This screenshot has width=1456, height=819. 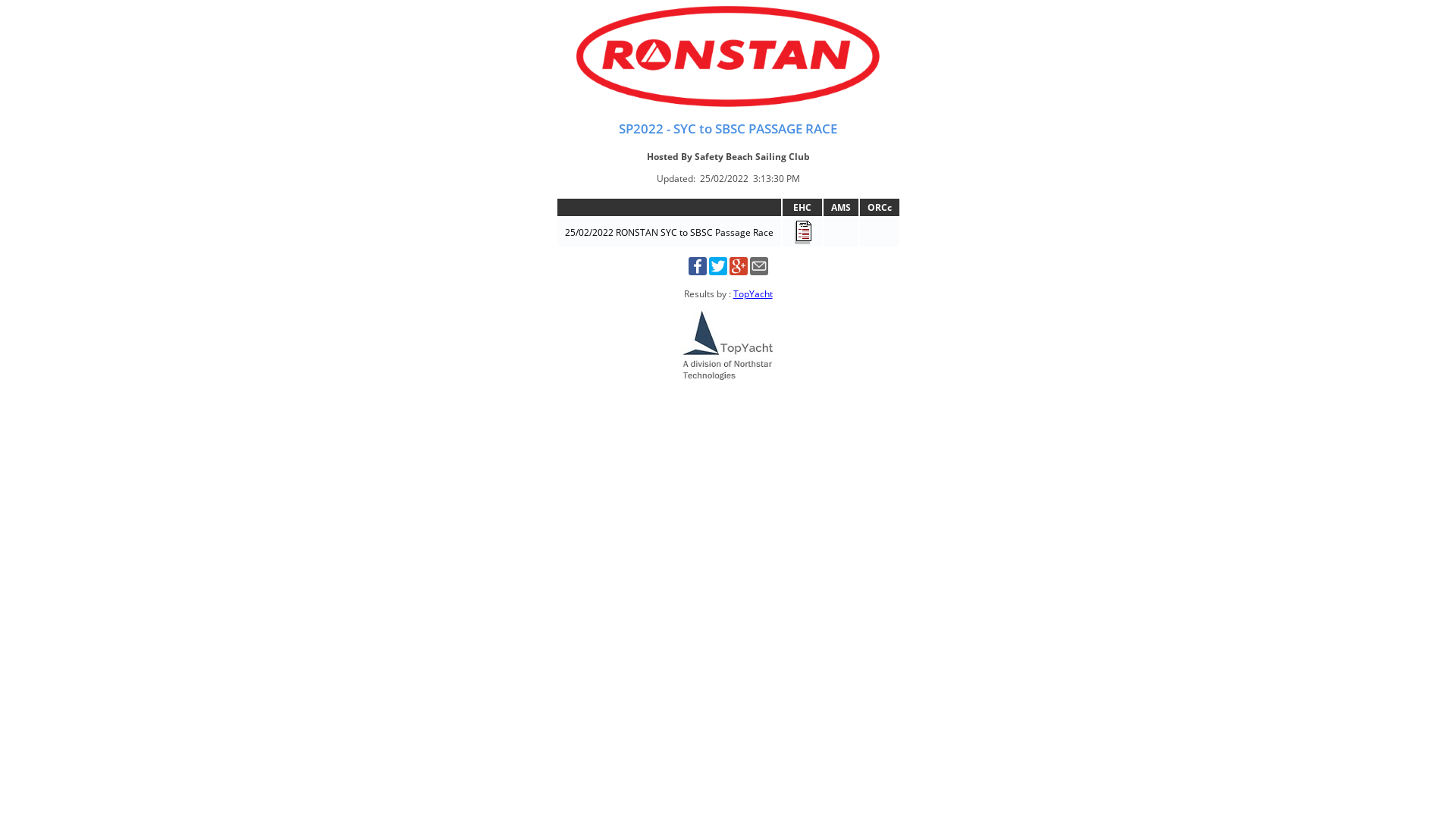 I want to click on 'TopYacht', so click(x=752, y=293).